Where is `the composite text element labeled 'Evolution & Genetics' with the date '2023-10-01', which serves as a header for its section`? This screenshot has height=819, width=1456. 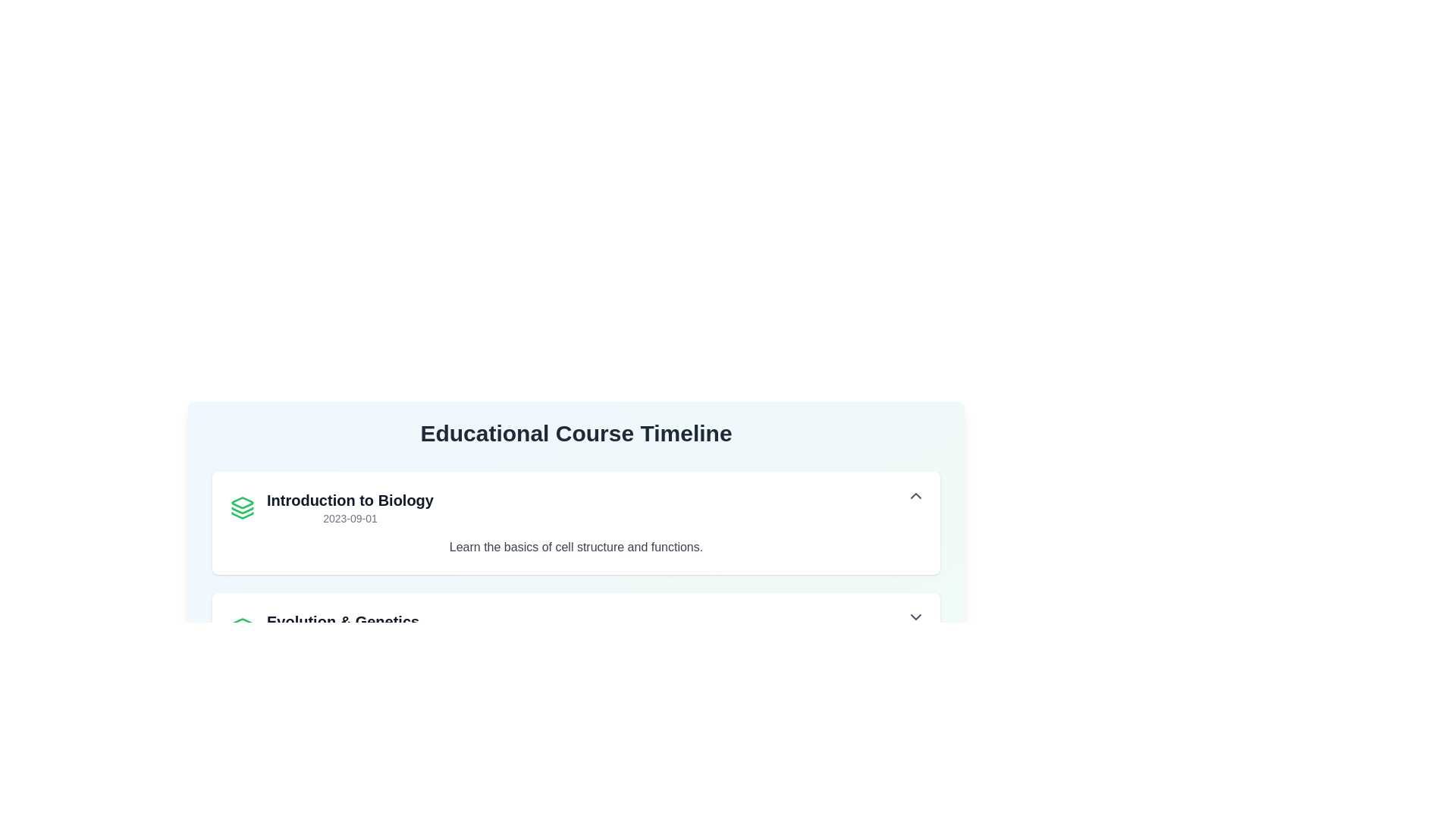 the composite text element labeled 'Evolution & Genetics' with the date '2023-10-01', which serves as a header for its section is located at coordinates (342, 629).